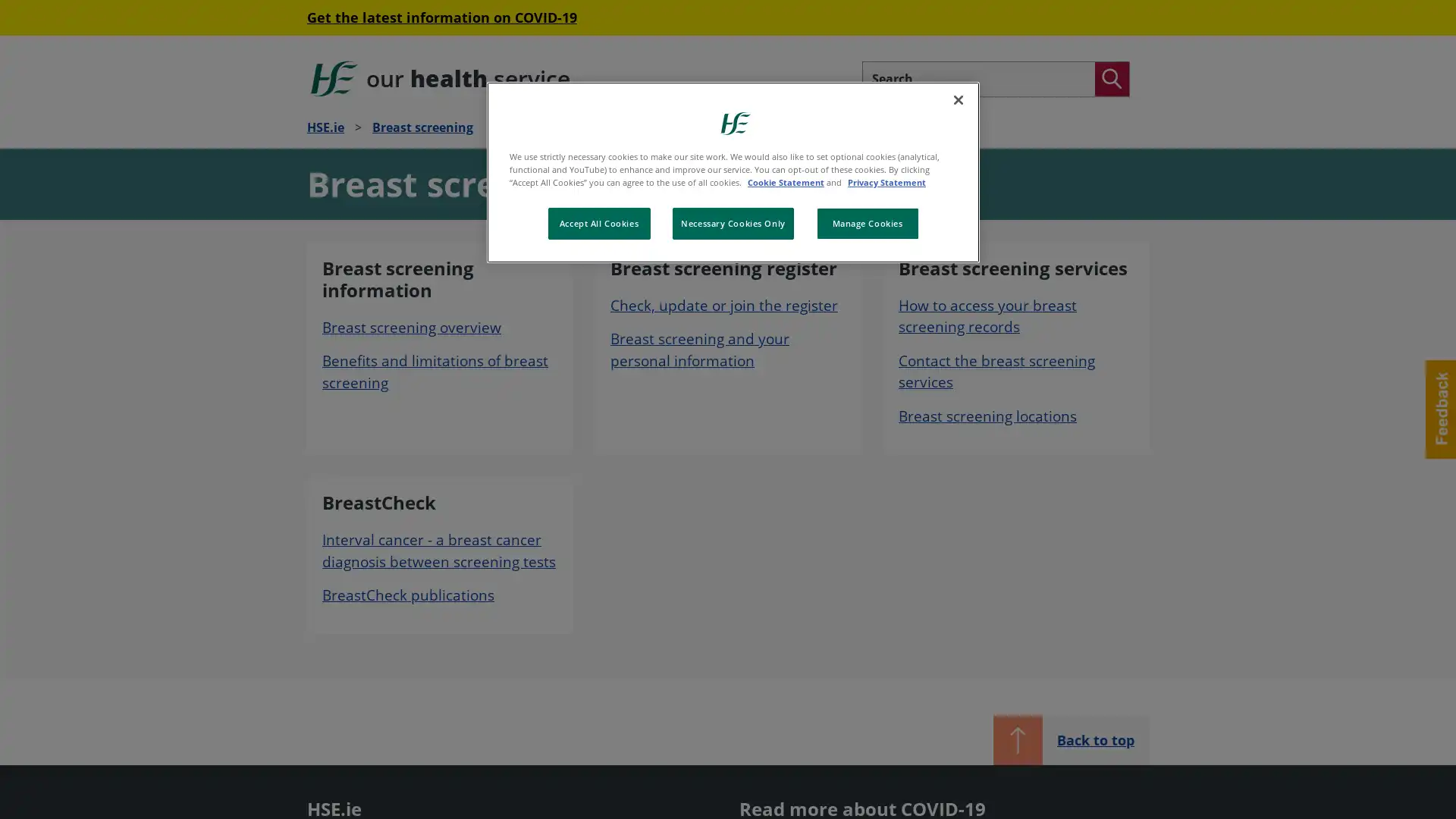  I want to click on Accept All Cookies, so click(598, 223).